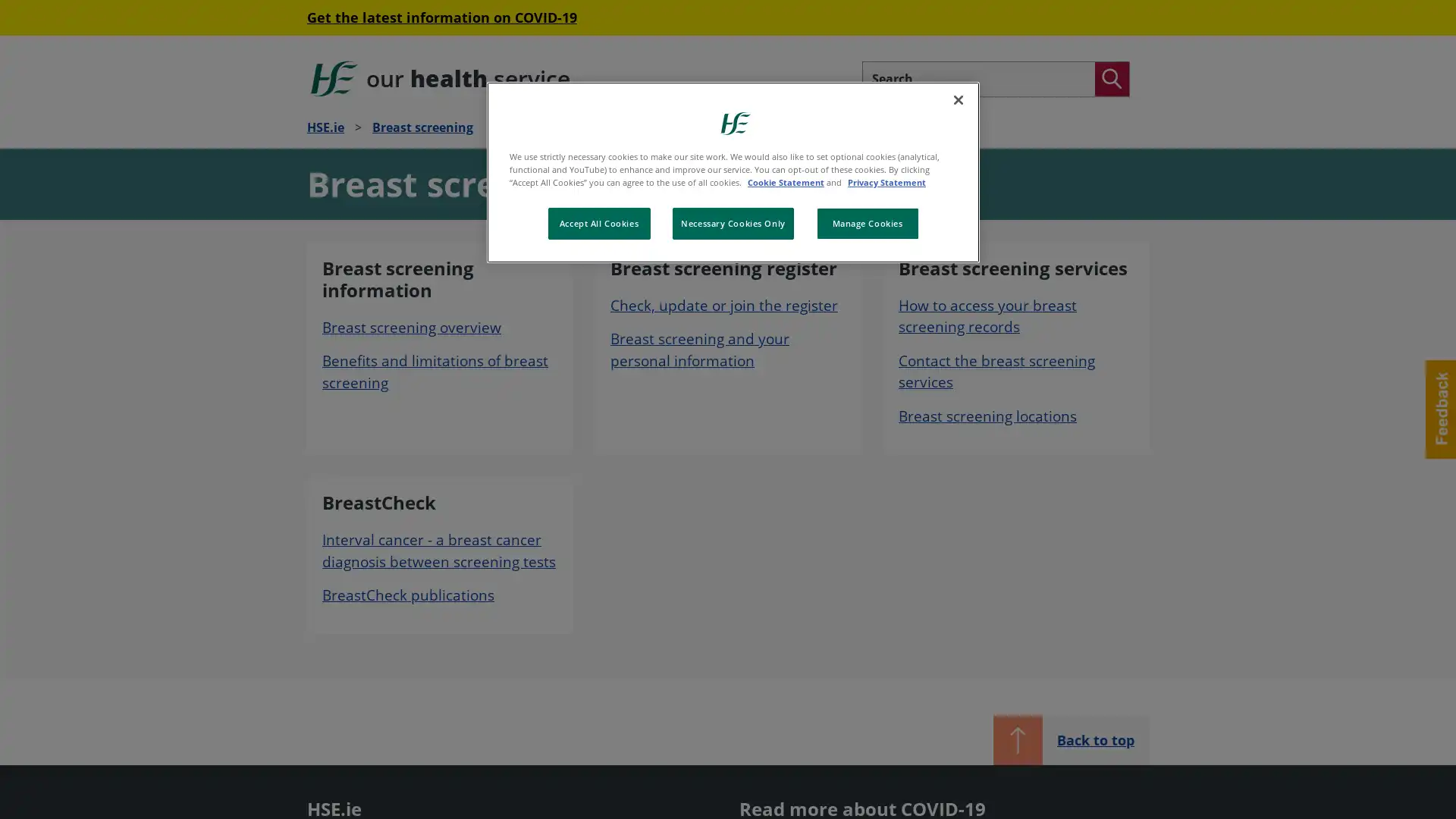  I want to click on Accept All Cookies, so click(598, 223).